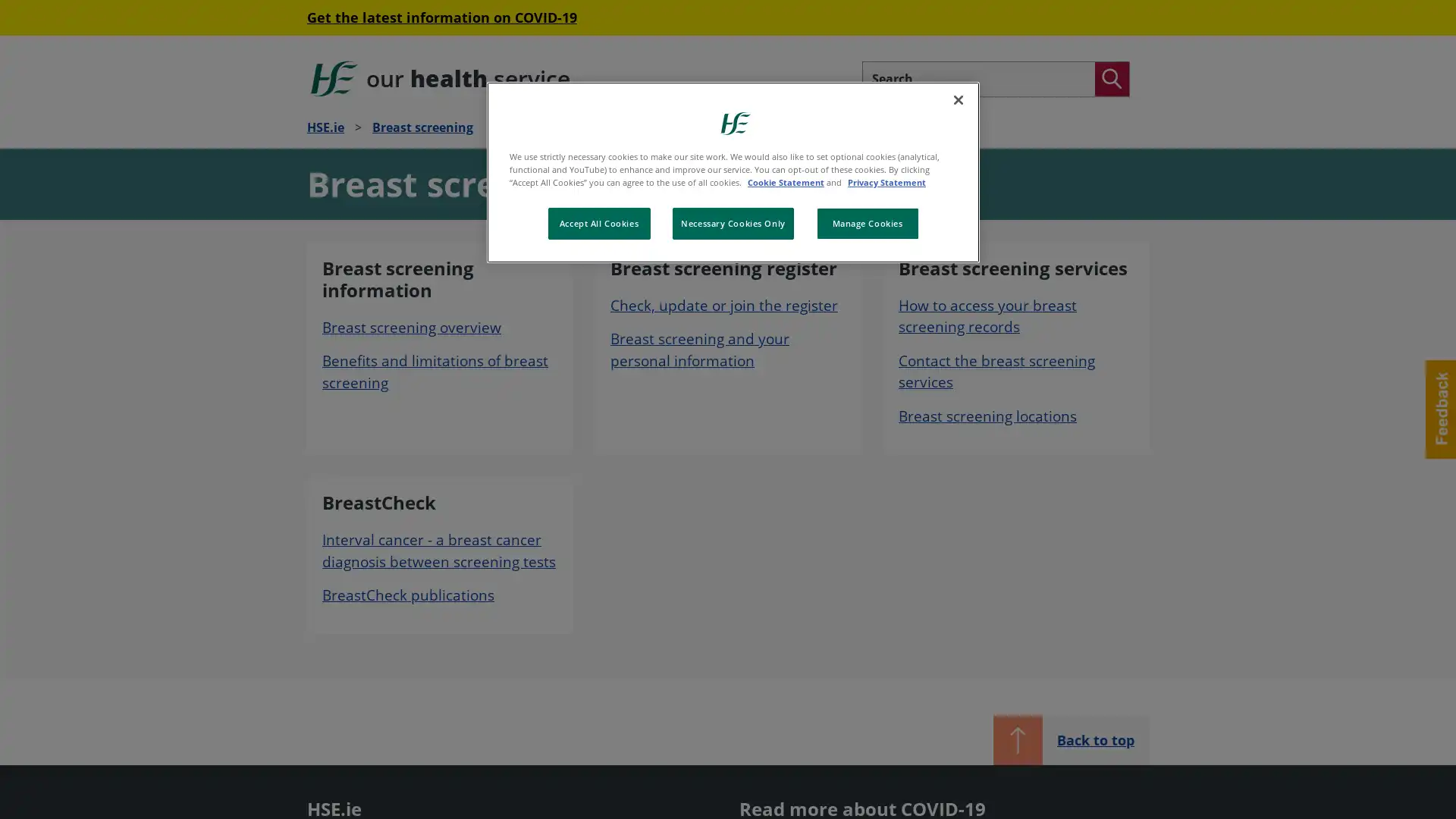  I want to click on Accept All Cookies, so click(598, 223).